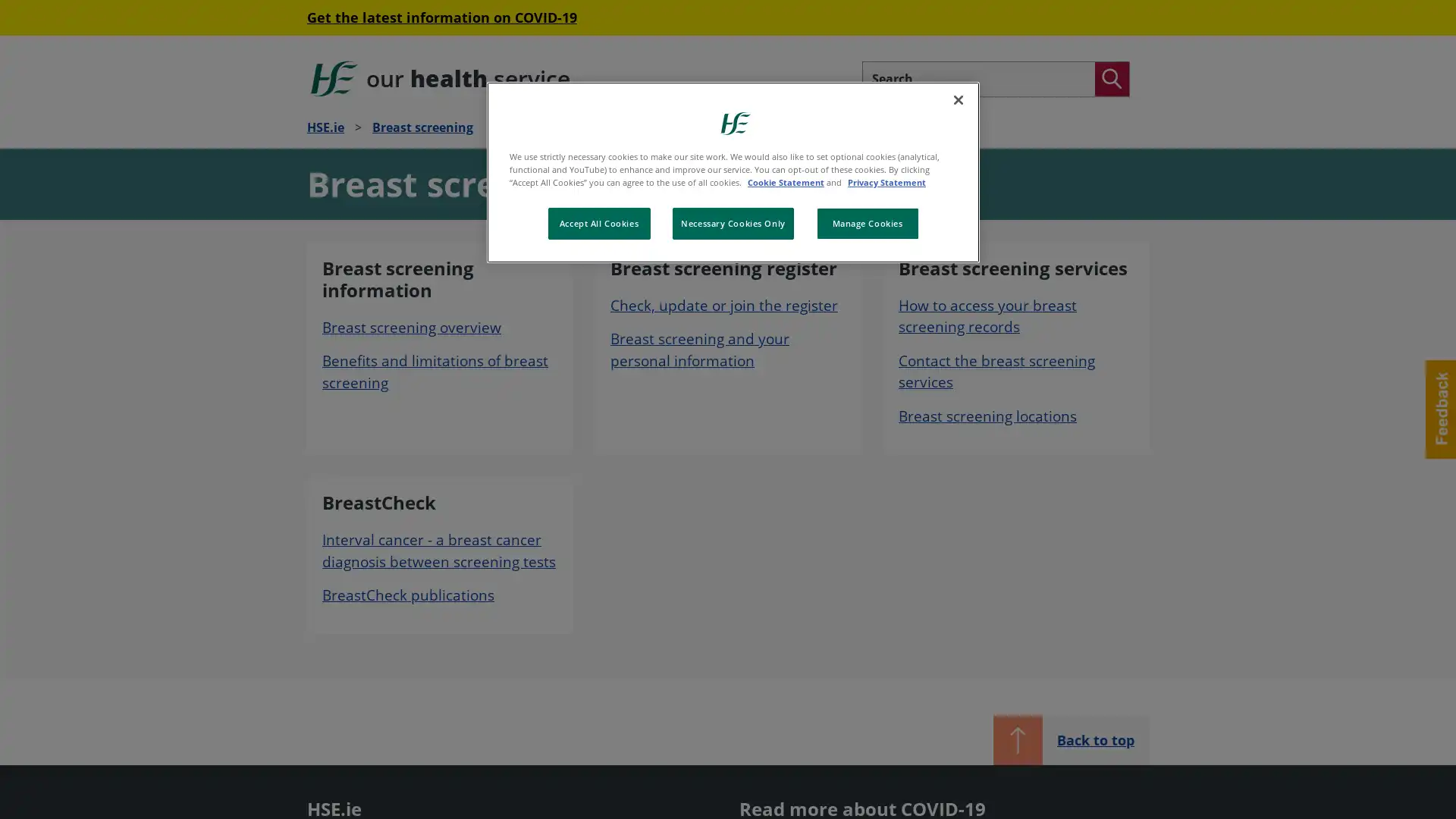  I want to click on Accept All Cookies, so click(598, 223).